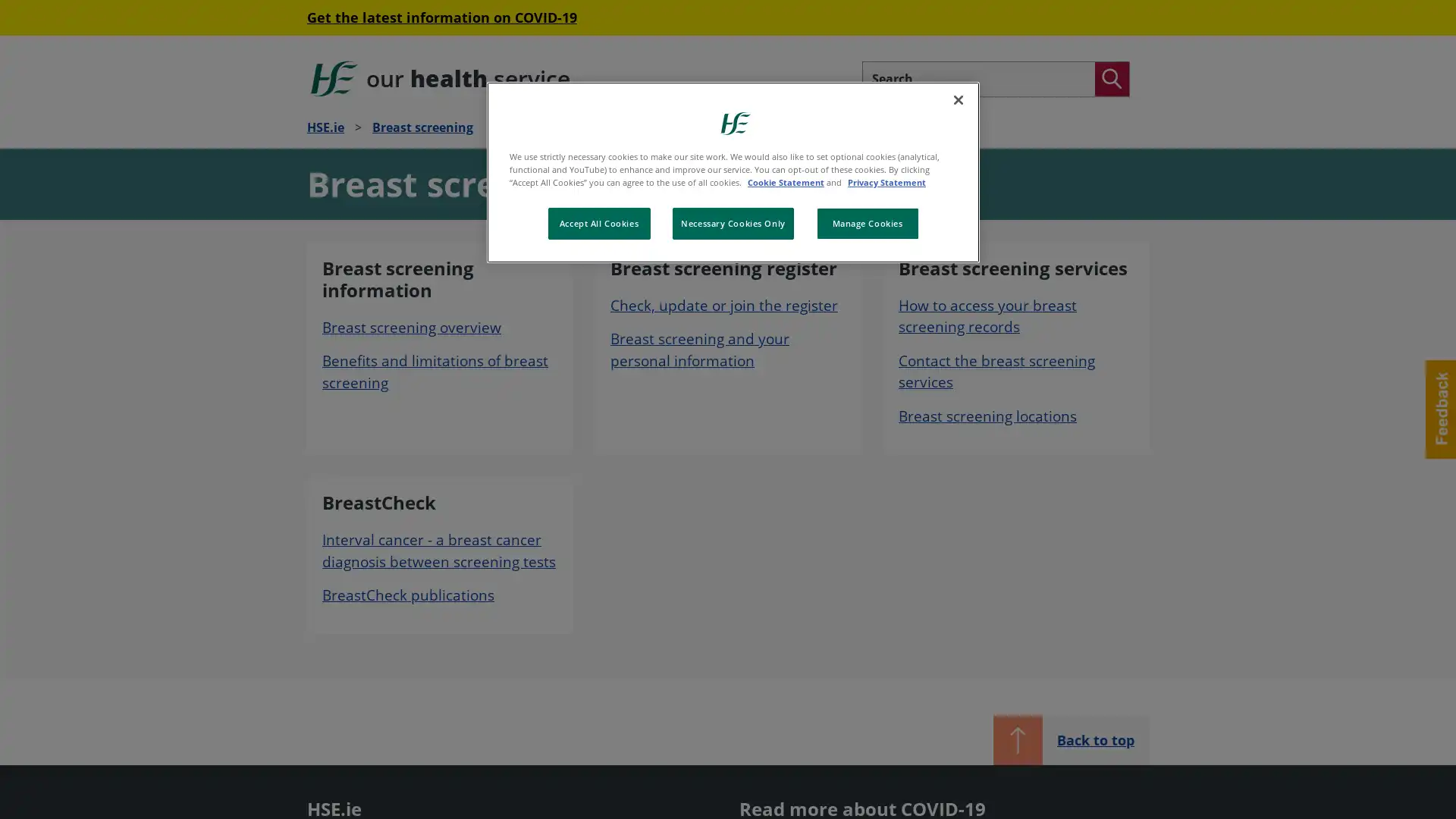  I want to click on Accept All Cookies, so click(598, 223).